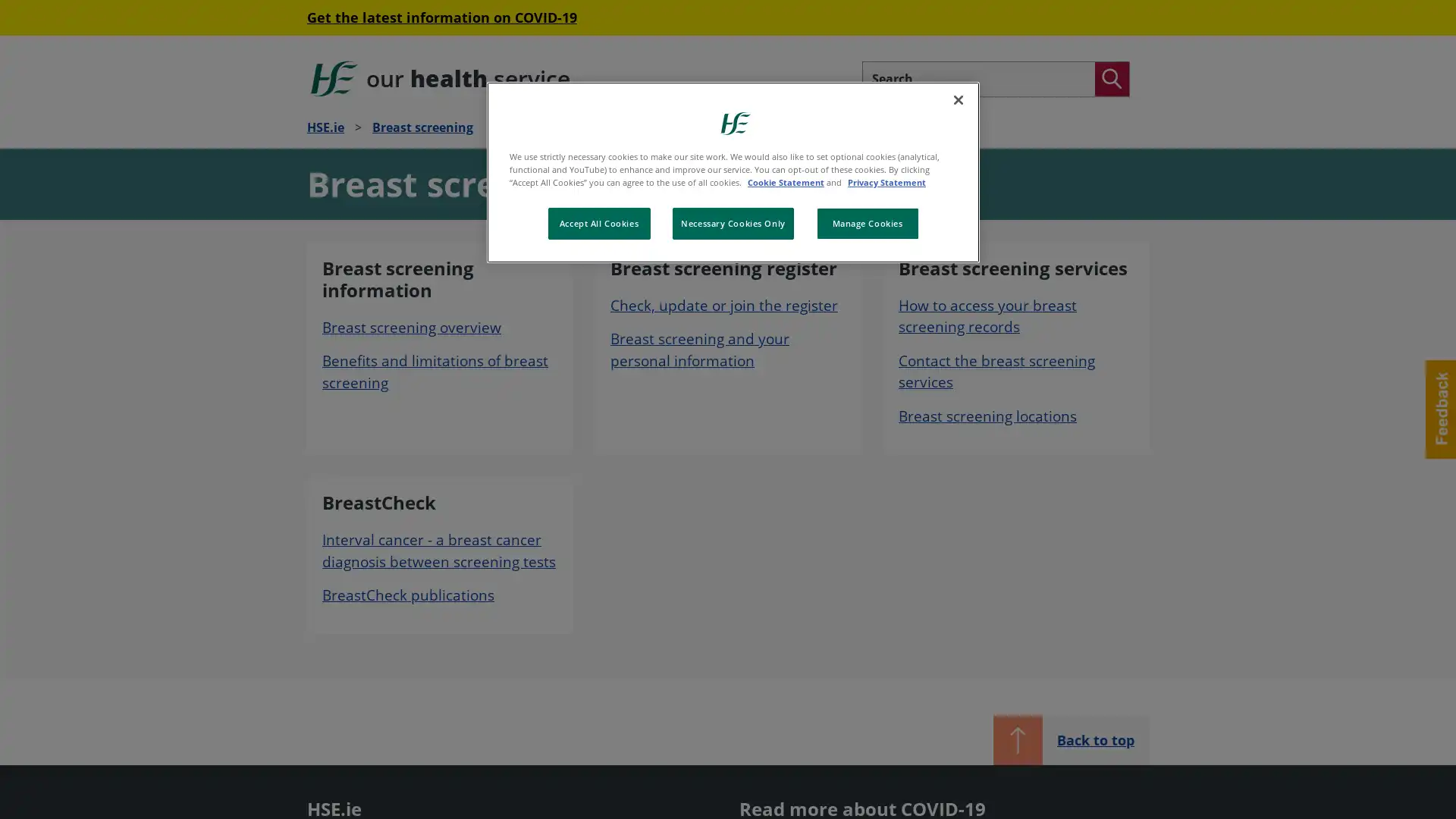  I want to click on Accept All Cookies, so click(598, 223).